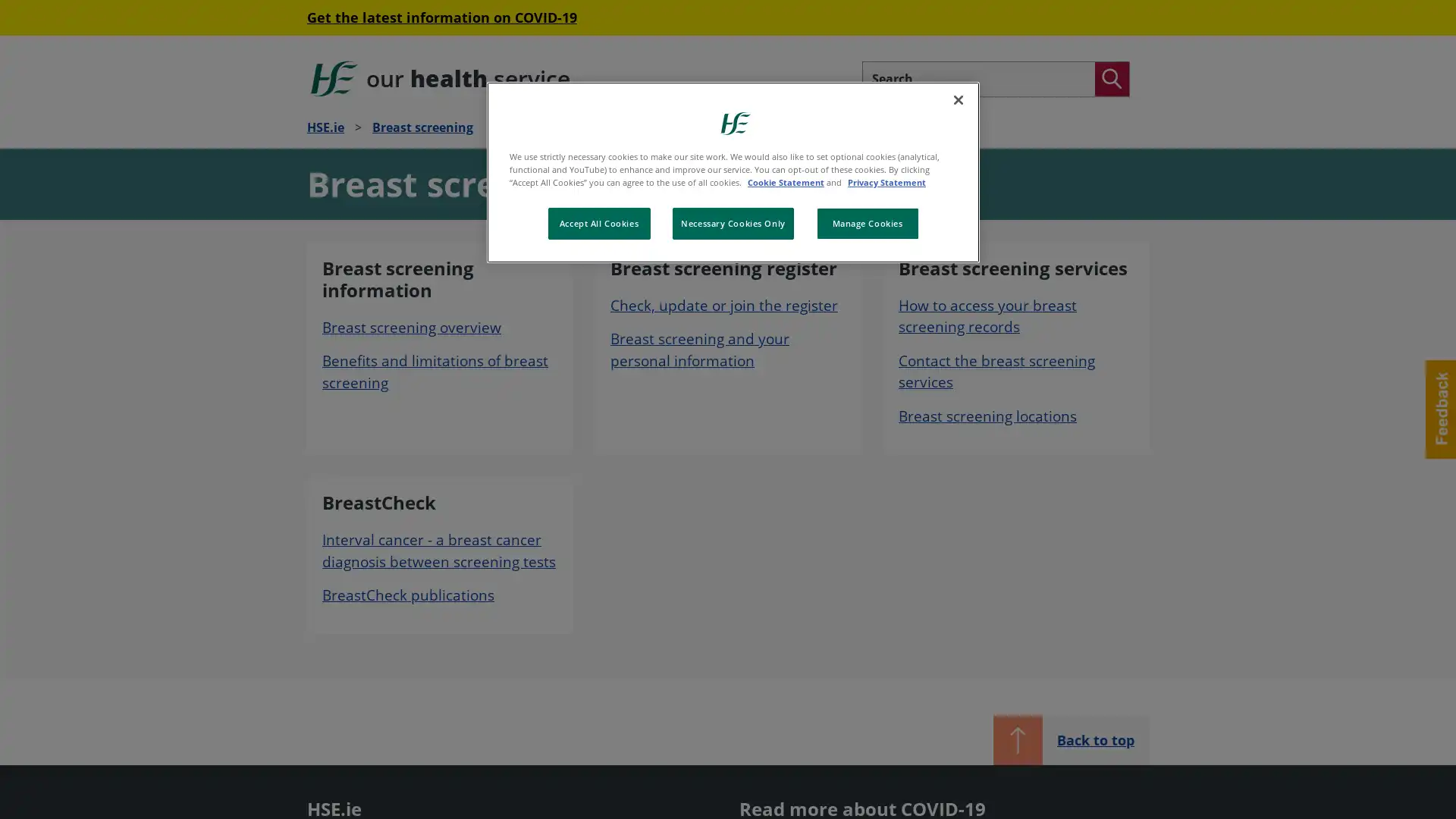  I want to click on Accept All Cookies, so click(598, 223).